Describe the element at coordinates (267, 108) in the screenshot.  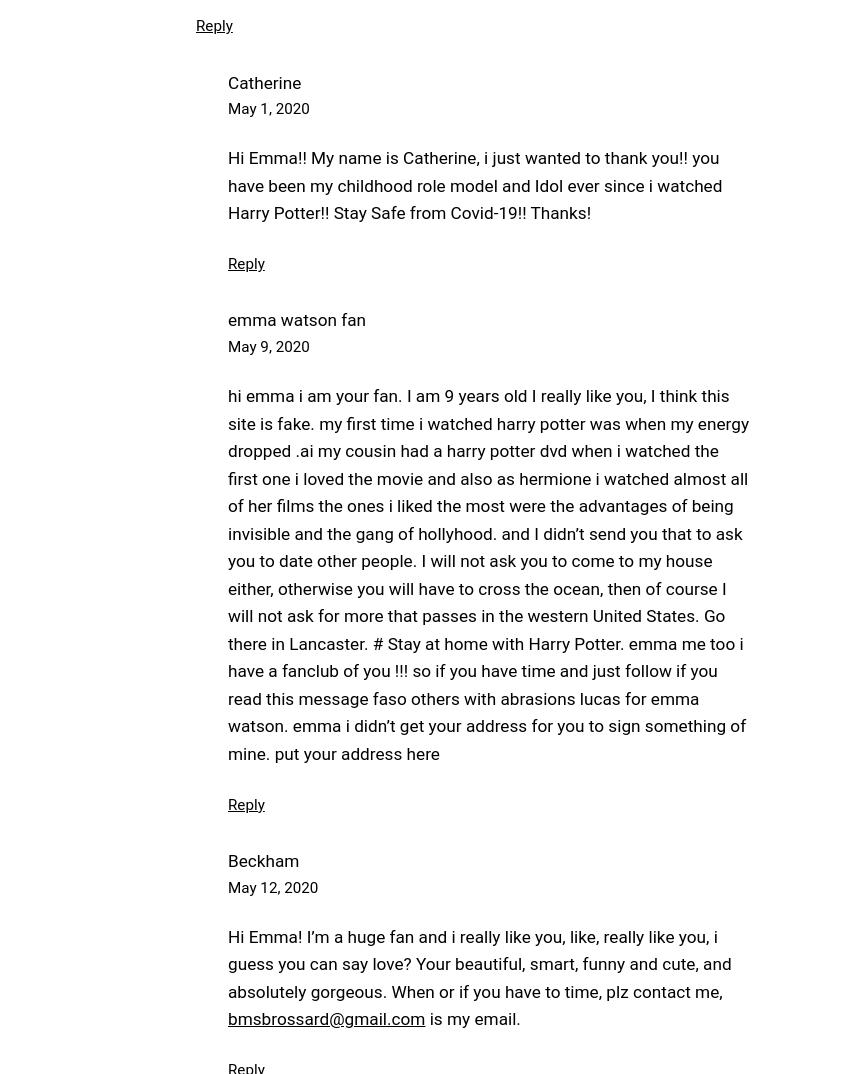
I see `'May 1, 2020'` at that location.